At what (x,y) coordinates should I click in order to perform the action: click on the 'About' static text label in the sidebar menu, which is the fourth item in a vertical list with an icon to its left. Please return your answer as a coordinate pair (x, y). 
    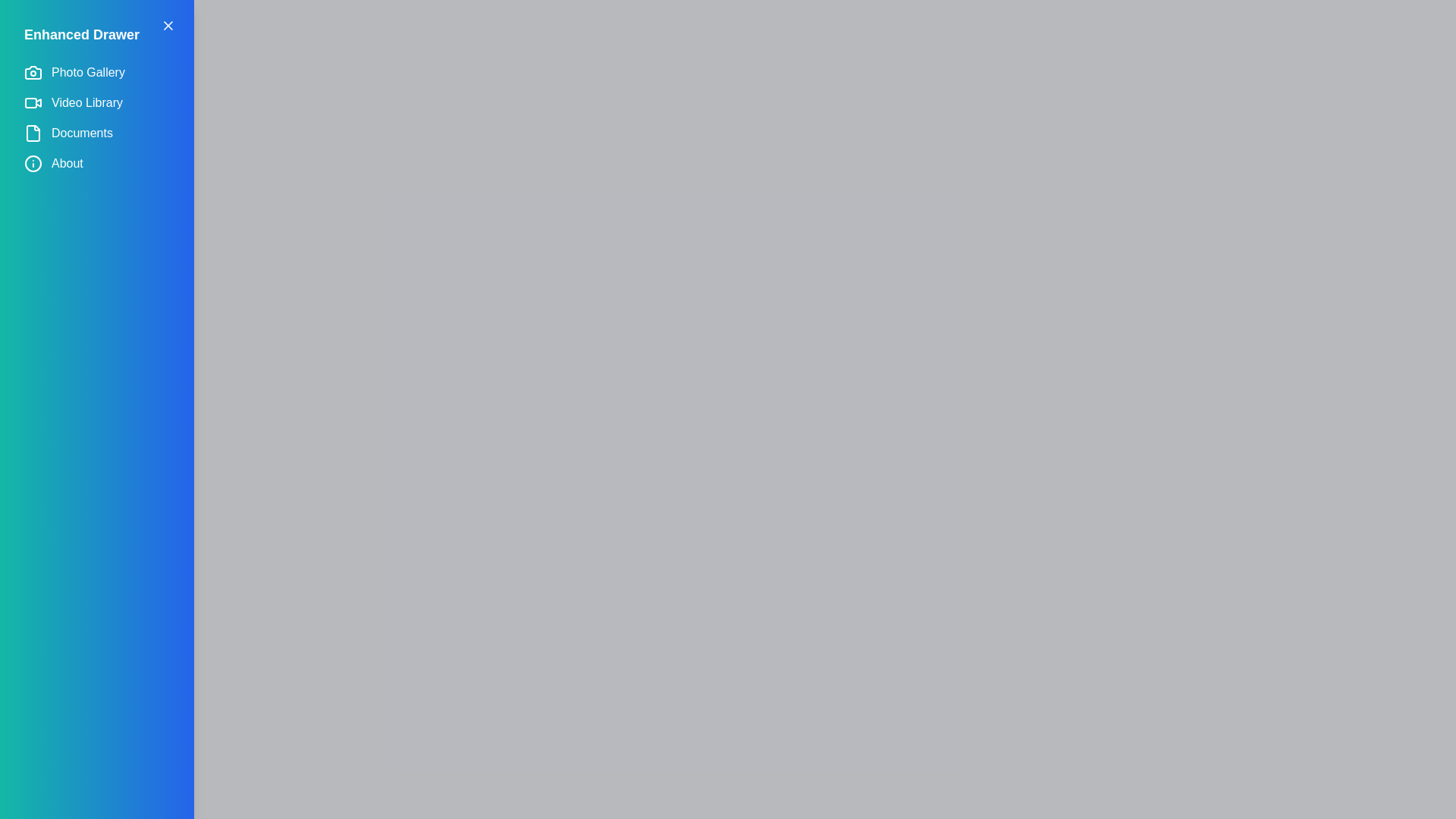
    Looking at the image, I should click on (66, 164).